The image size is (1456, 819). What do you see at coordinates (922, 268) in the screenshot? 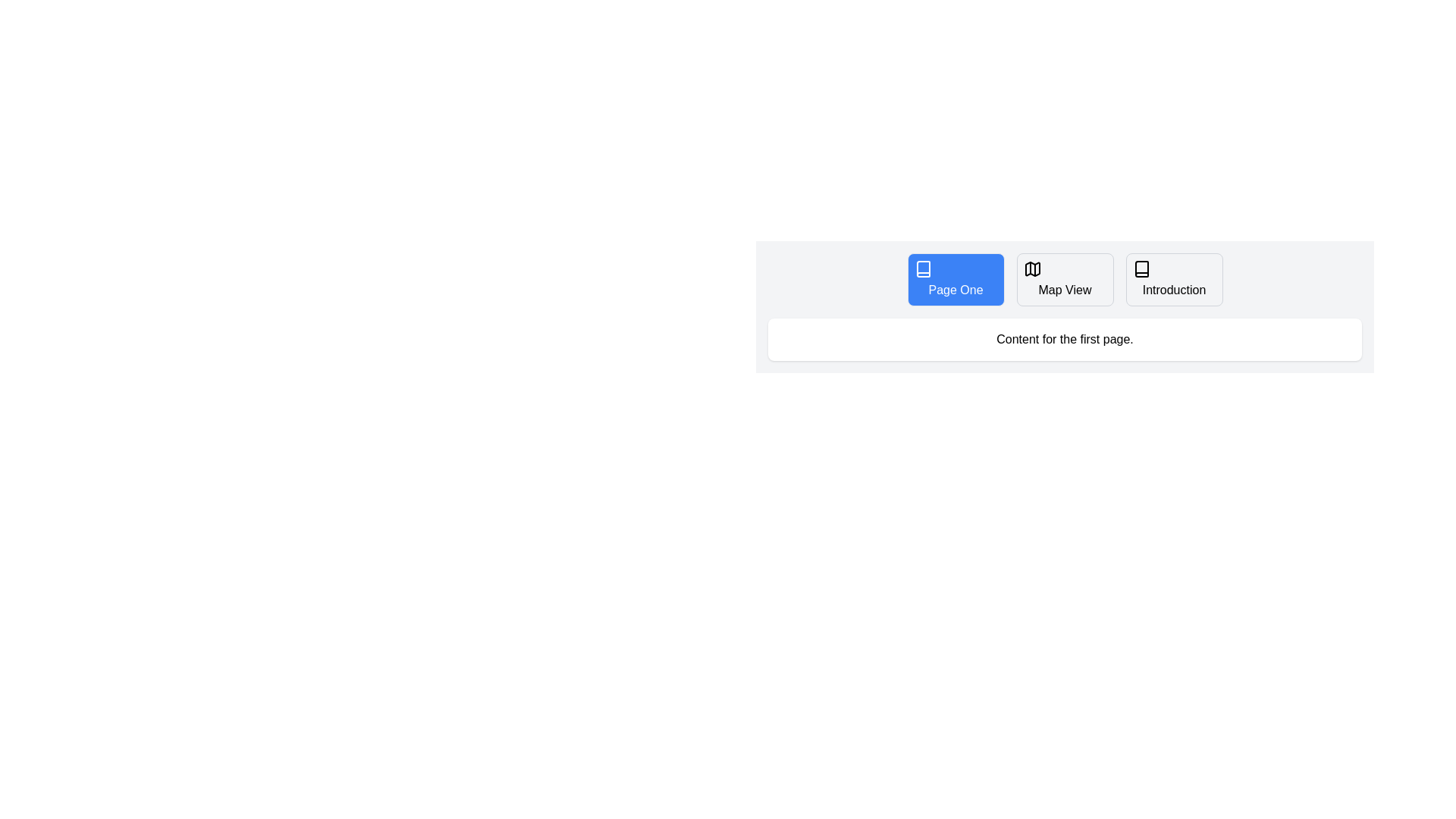
I see `the 'Page One' button which contains the decorative icon serving as an indicative representation for user navigation` at bounding box center [922, 268].